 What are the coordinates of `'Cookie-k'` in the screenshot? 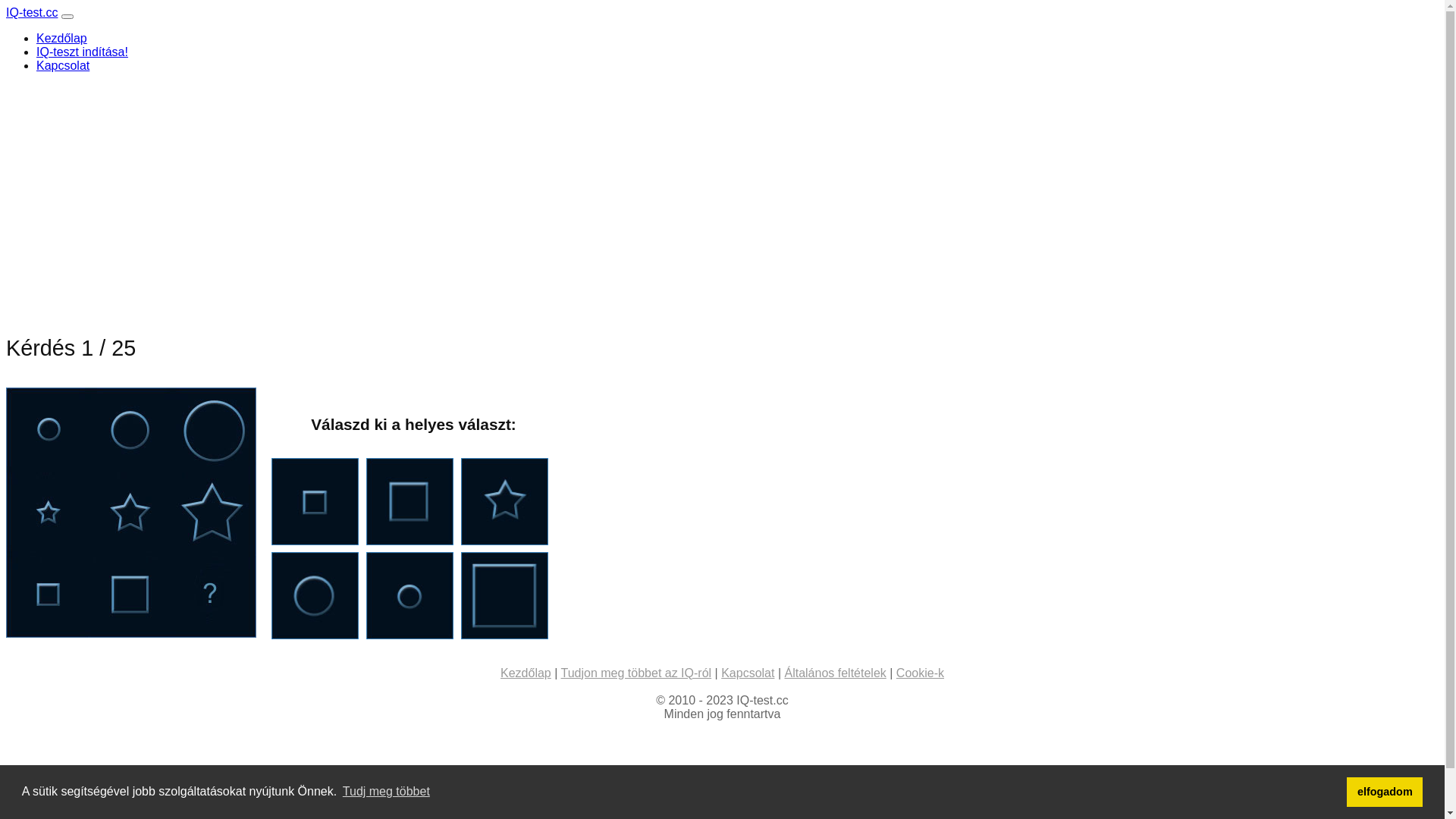 It's located at (919, 672).